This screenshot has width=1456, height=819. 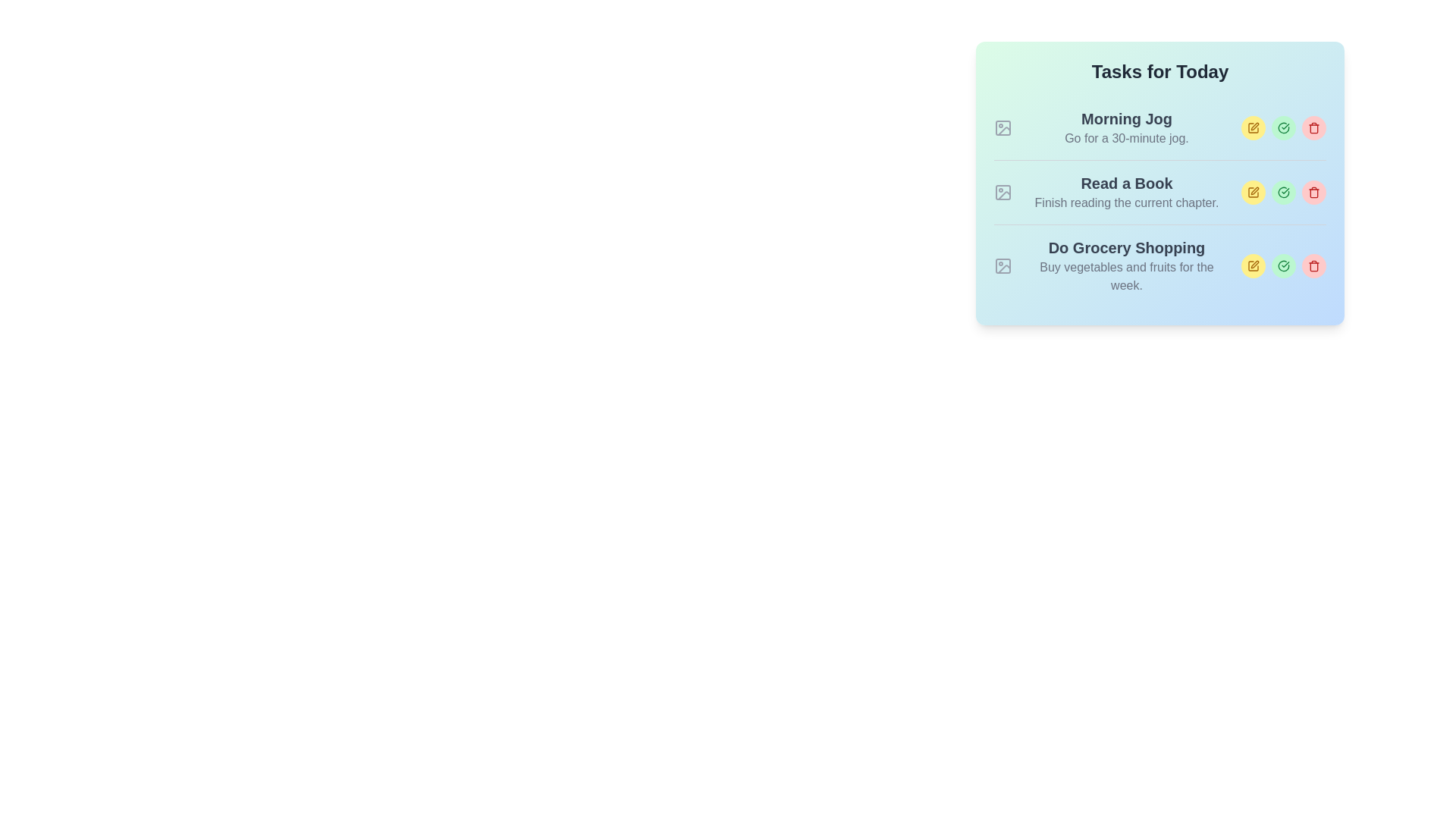 What do you see at coordinates (1254, 125) in the screenshot?
I see `the small pen icon button for editing located on the right-hand side of the second row in the task list` at bounding box center [1254, 125].